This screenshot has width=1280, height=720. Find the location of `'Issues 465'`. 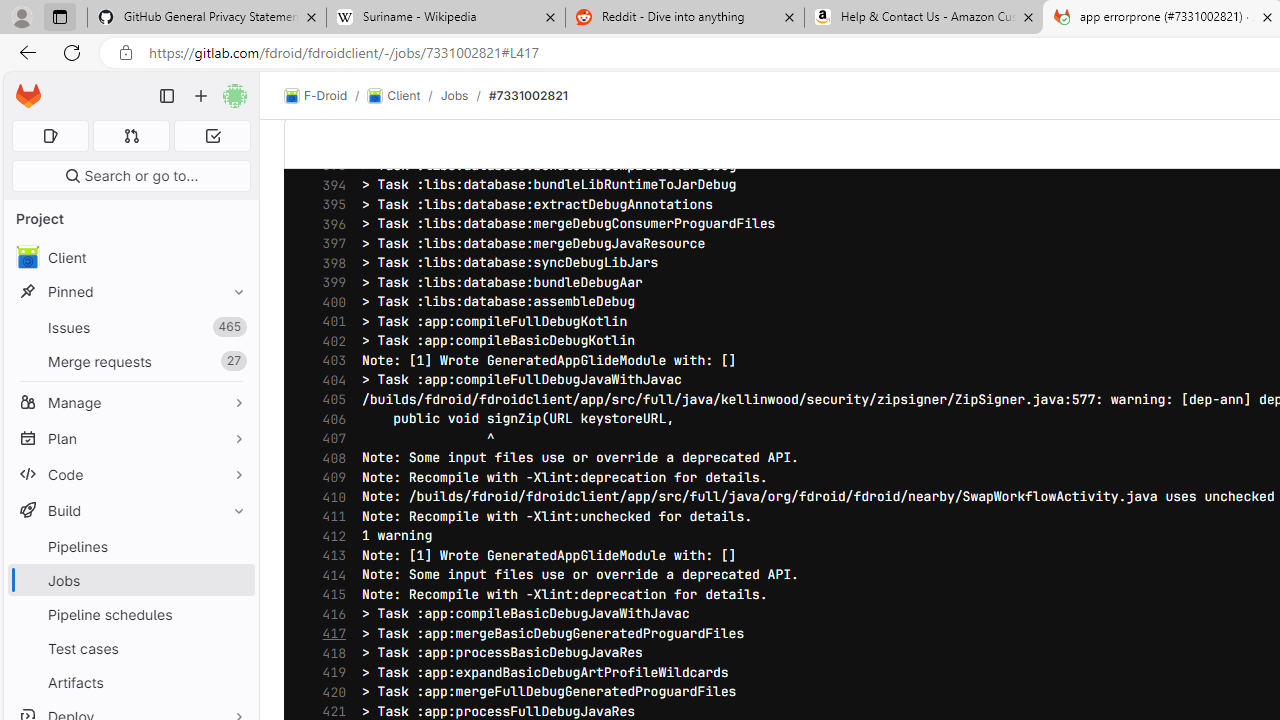

'Issues 465' is located at coordinates (130, 326).